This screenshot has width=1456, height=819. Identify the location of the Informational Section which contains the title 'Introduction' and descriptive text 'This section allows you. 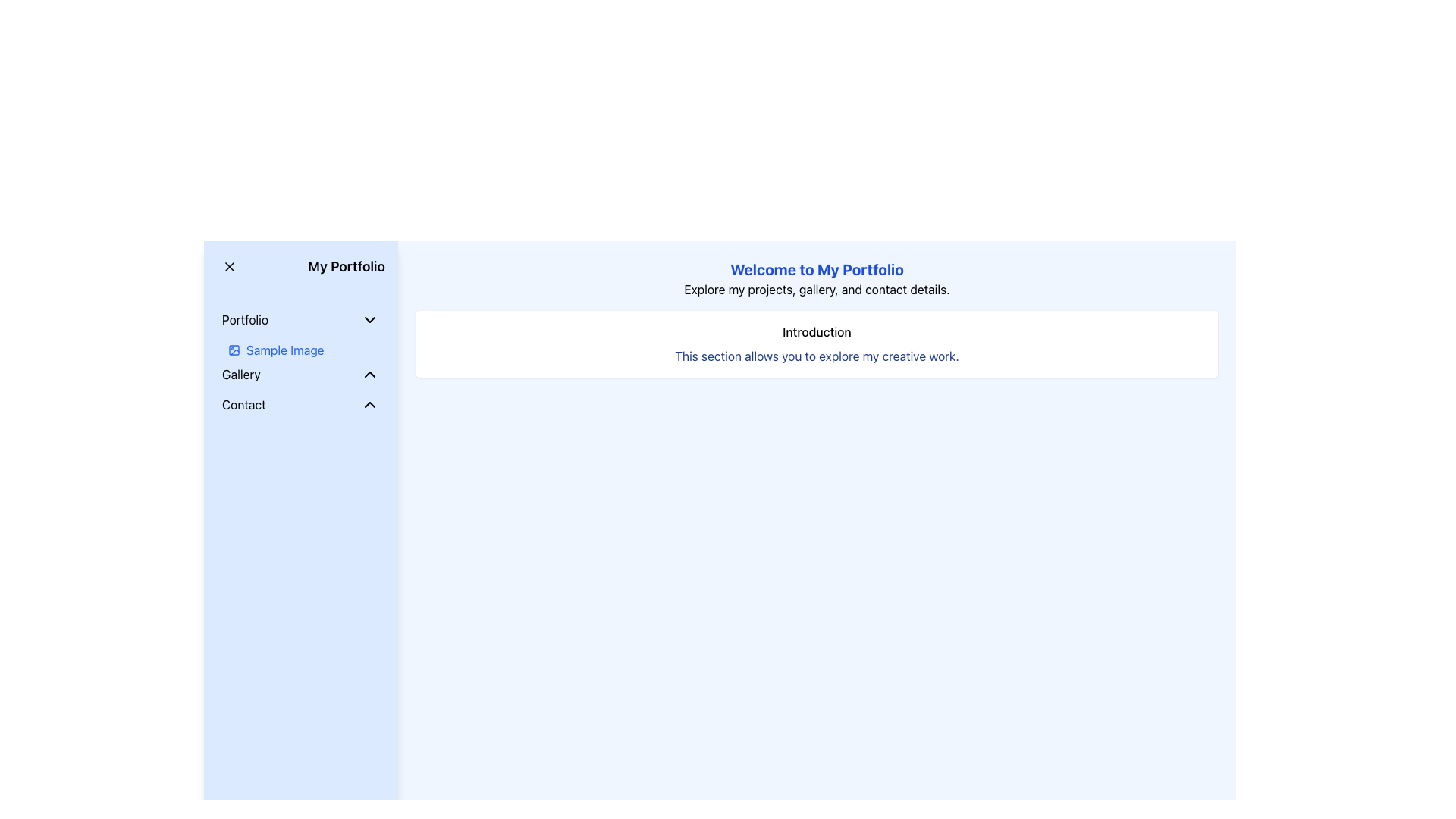
(816, 344).